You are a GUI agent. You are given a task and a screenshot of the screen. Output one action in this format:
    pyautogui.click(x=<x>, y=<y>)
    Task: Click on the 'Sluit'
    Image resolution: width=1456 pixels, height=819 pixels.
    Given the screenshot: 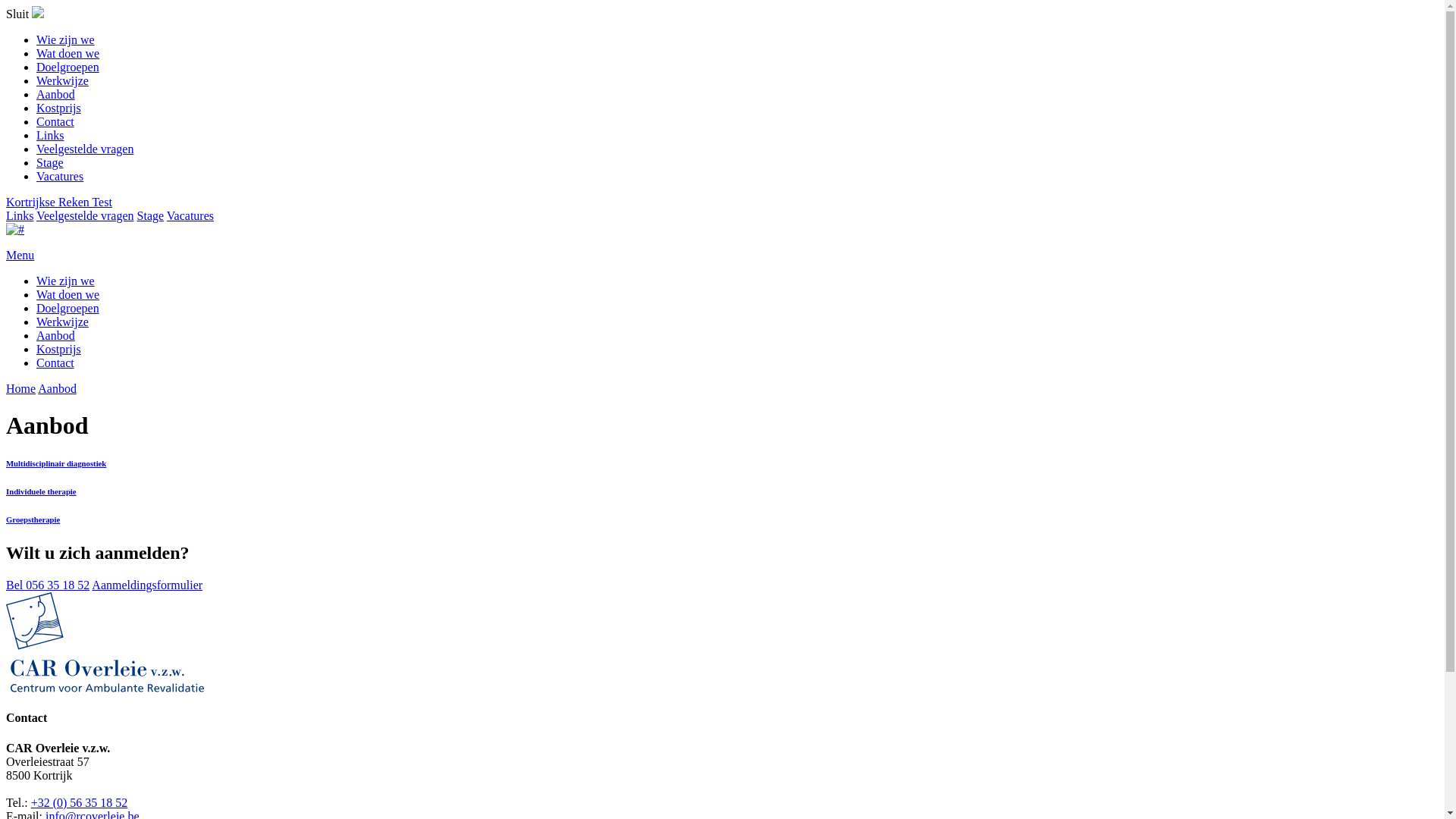 What is the action you would take?
    pyautogui.click(x=18, y=14)
    